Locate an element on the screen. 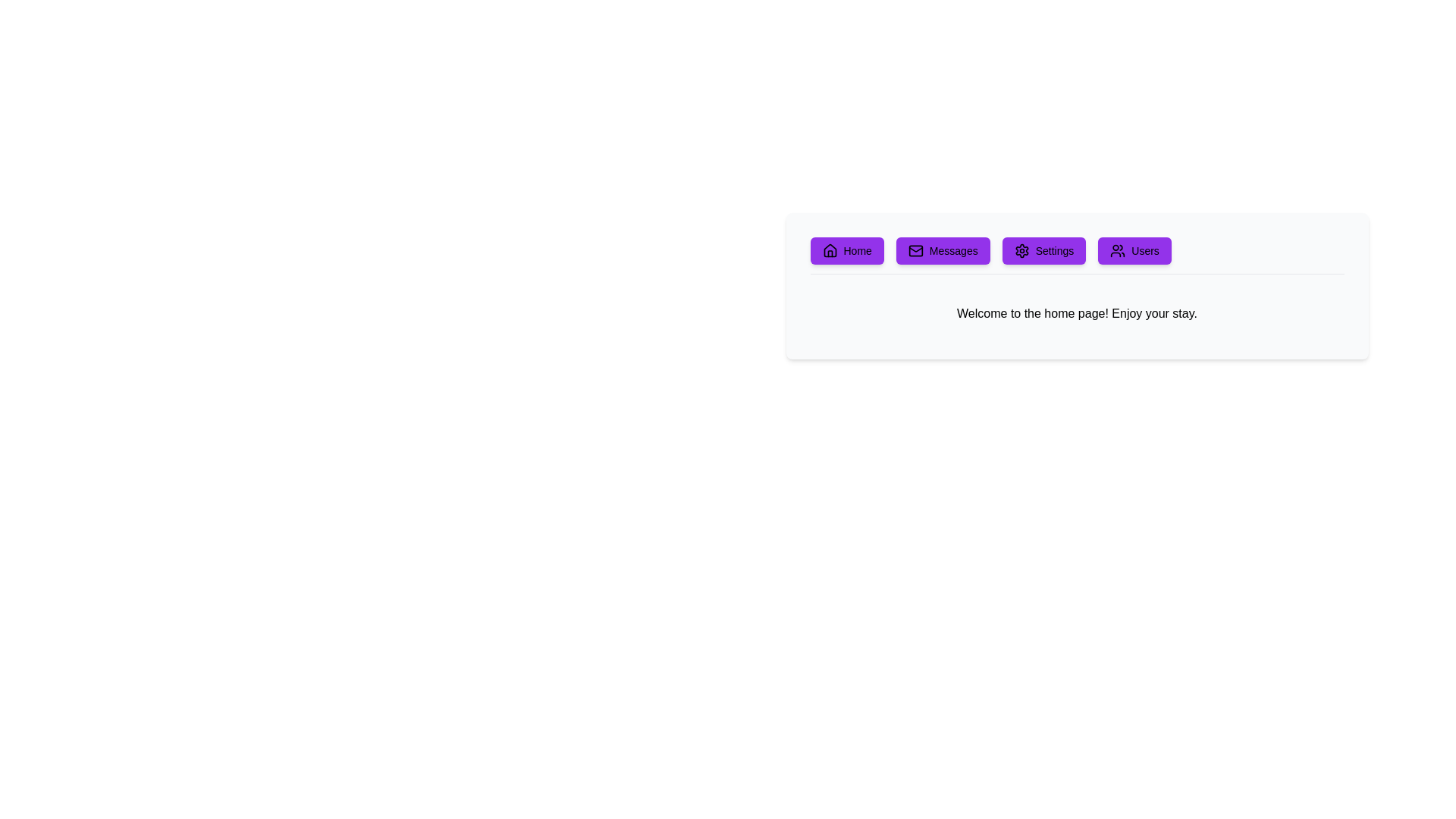  the 'Messages' button located in the horizontal navigation bar near the top center of the interface is located at coordinates (915, 250).